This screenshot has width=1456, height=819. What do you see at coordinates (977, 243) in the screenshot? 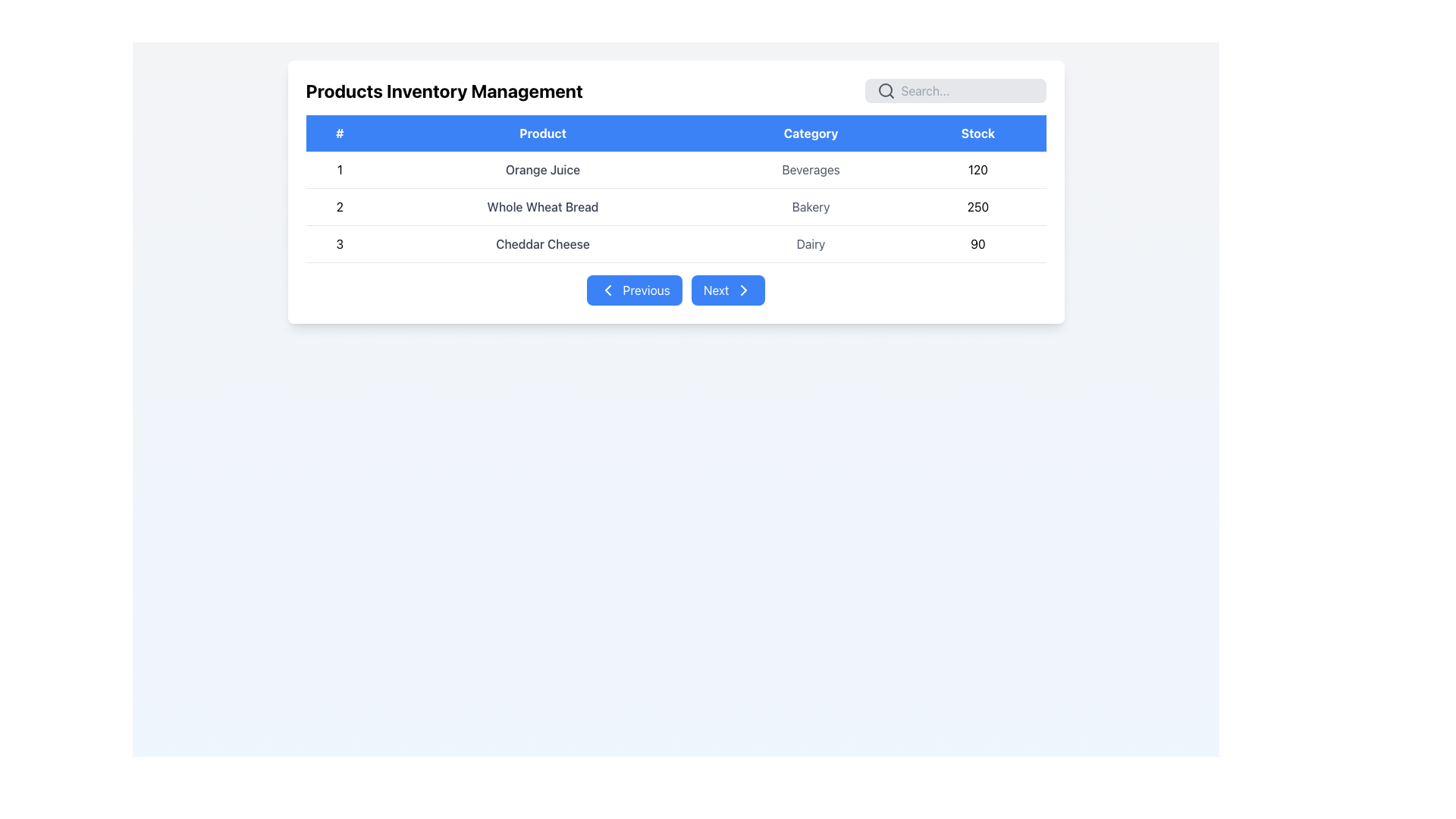
I see `the Text Display element that shows the stock quantity of 'Cheddar Cheese' located in the 'Stock' column of the last row of the table` at bounding box center [977, 243].